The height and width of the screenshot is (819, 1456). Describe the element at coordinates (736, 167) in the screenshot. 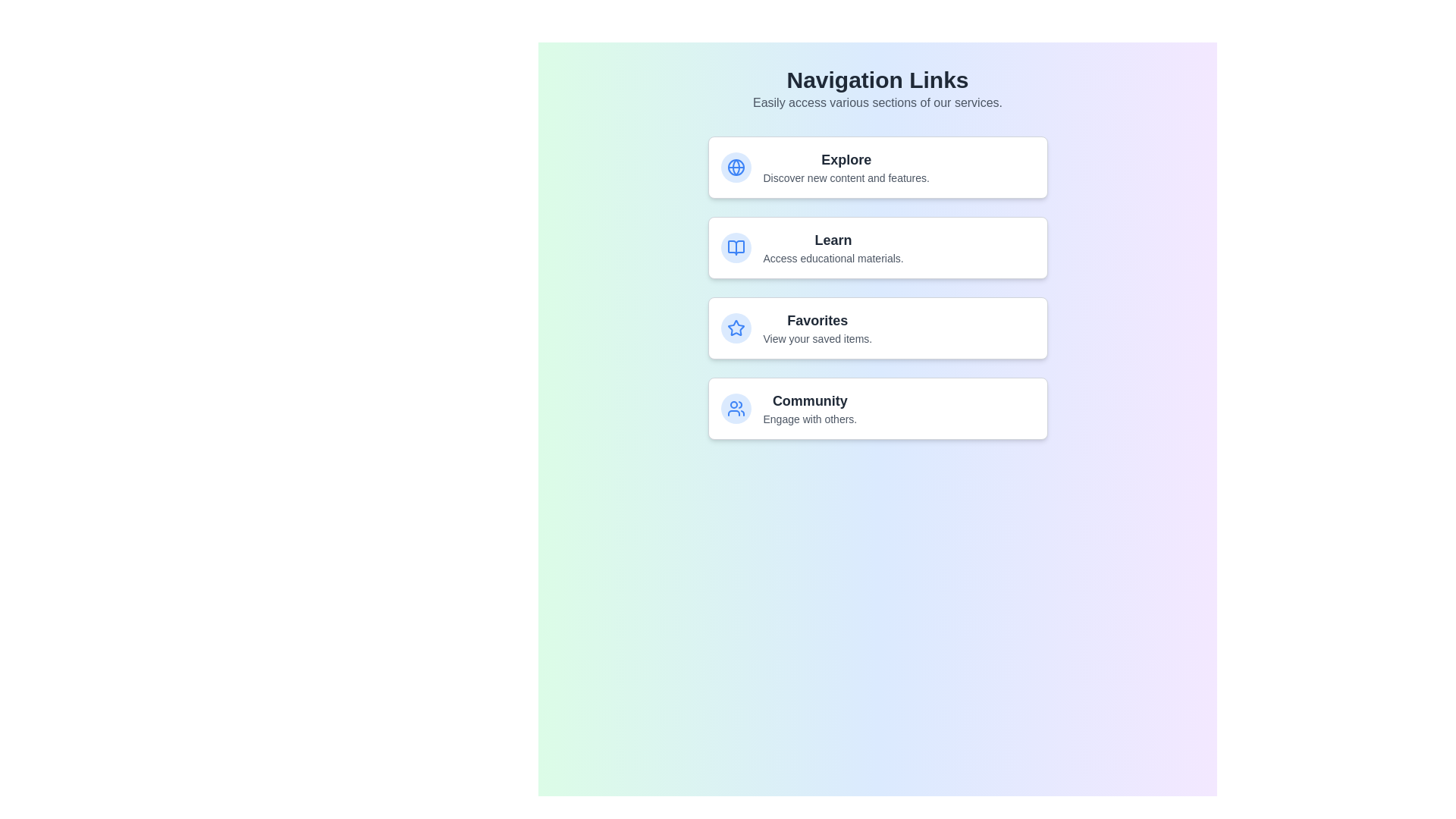

I see `the 'Explore' icon element located to the left of the 'Explore' text in the 'Navigation Links' section` at that location.